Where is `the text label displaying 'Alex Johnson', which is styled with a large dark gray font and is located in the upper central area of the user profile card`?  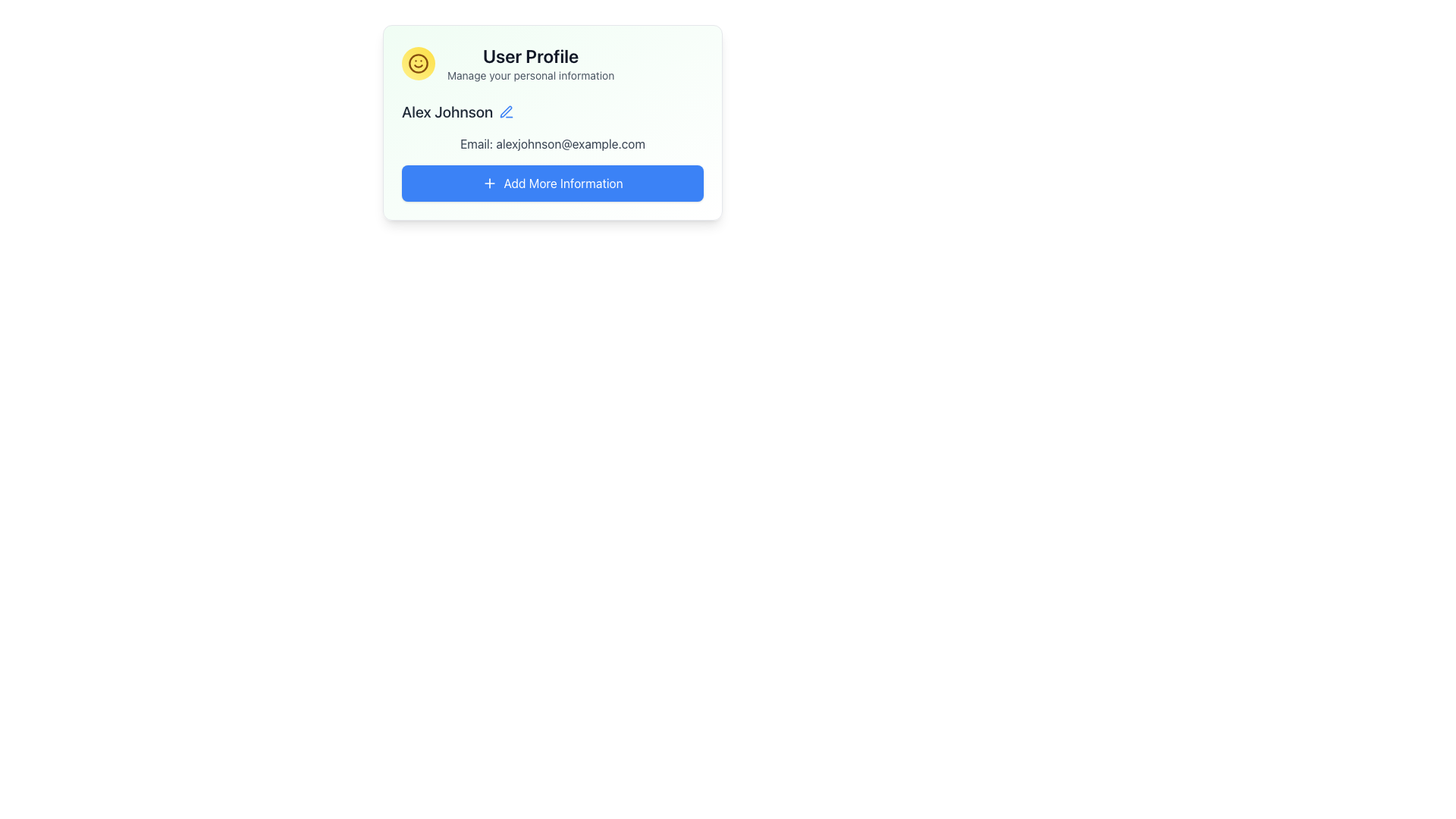
the text label displaying 'Alex Johnson', which is styled with a large dark gray font and is located in the upper central area of the user profile card is located at coordinates (447, 111).